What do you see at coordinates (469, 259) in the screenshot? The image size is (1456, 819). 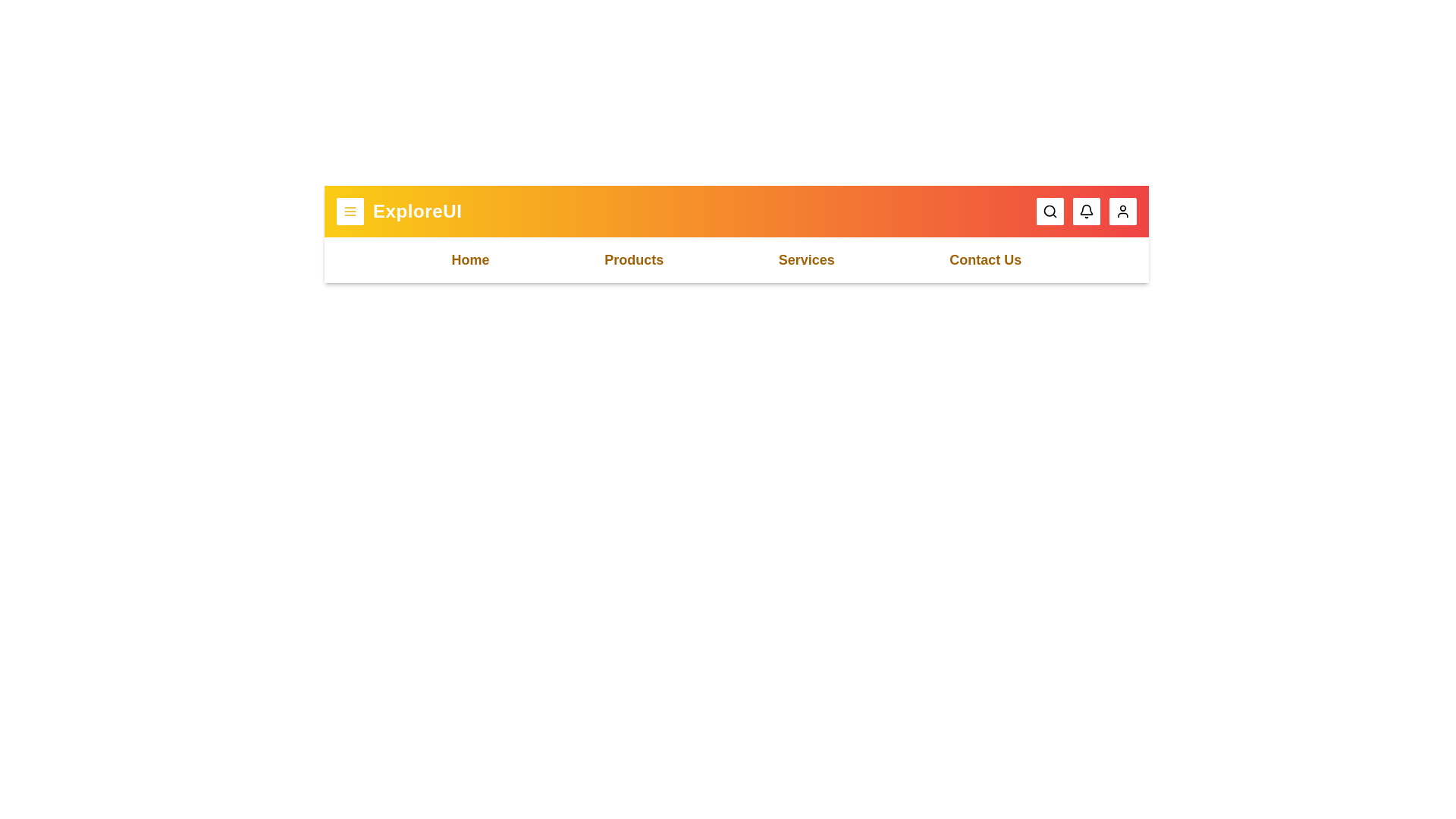 I see `the menu item Home by clicking on it` at bounding box center [469, 259].